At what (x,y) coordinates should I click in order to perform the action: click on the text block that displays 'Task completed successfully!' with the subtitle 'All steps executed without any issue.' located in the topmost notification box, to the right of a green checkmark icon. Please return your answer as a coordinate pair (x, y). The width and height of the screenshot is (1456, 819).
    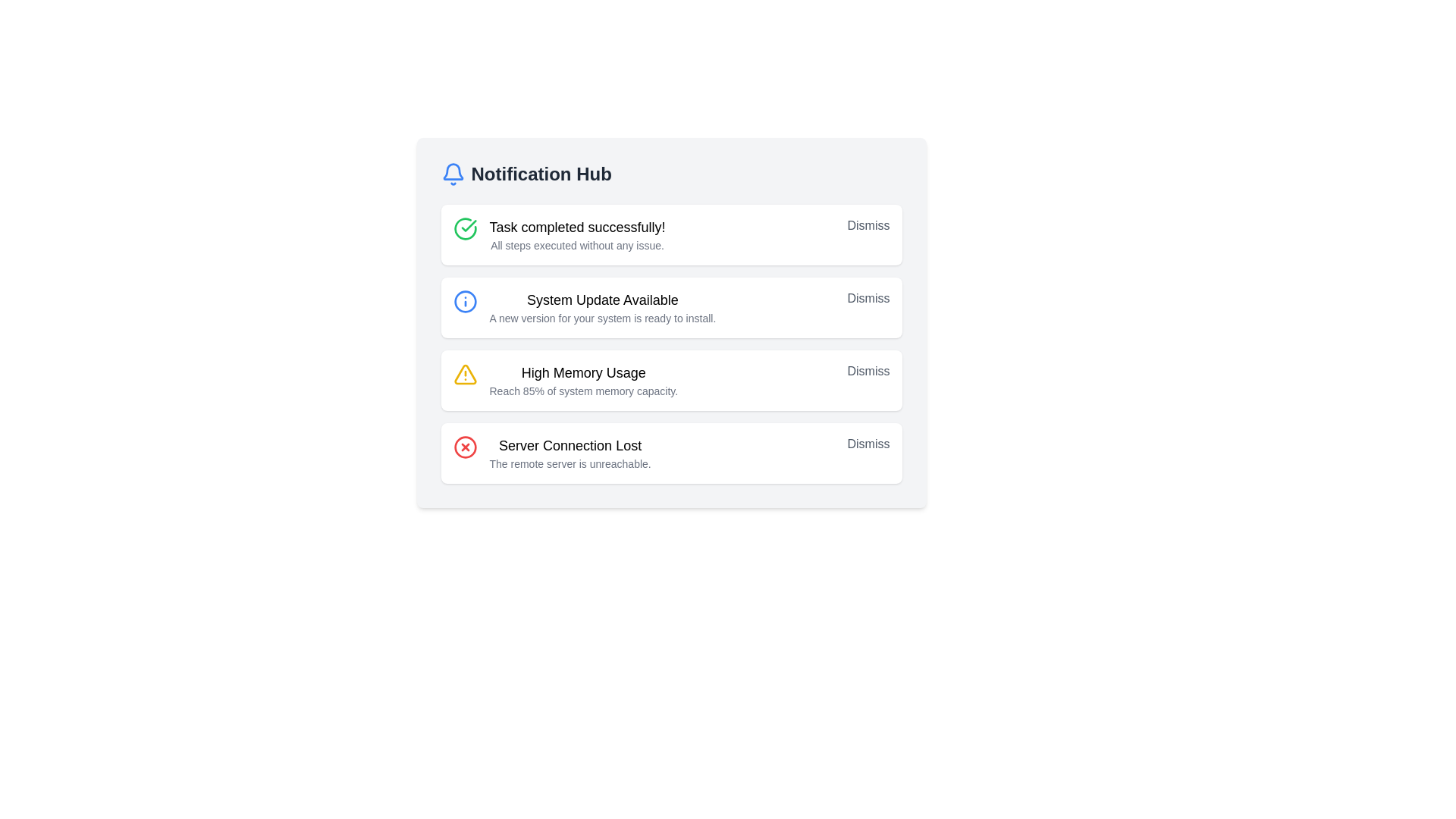
    Looking at the image, I should click on (576, 234).